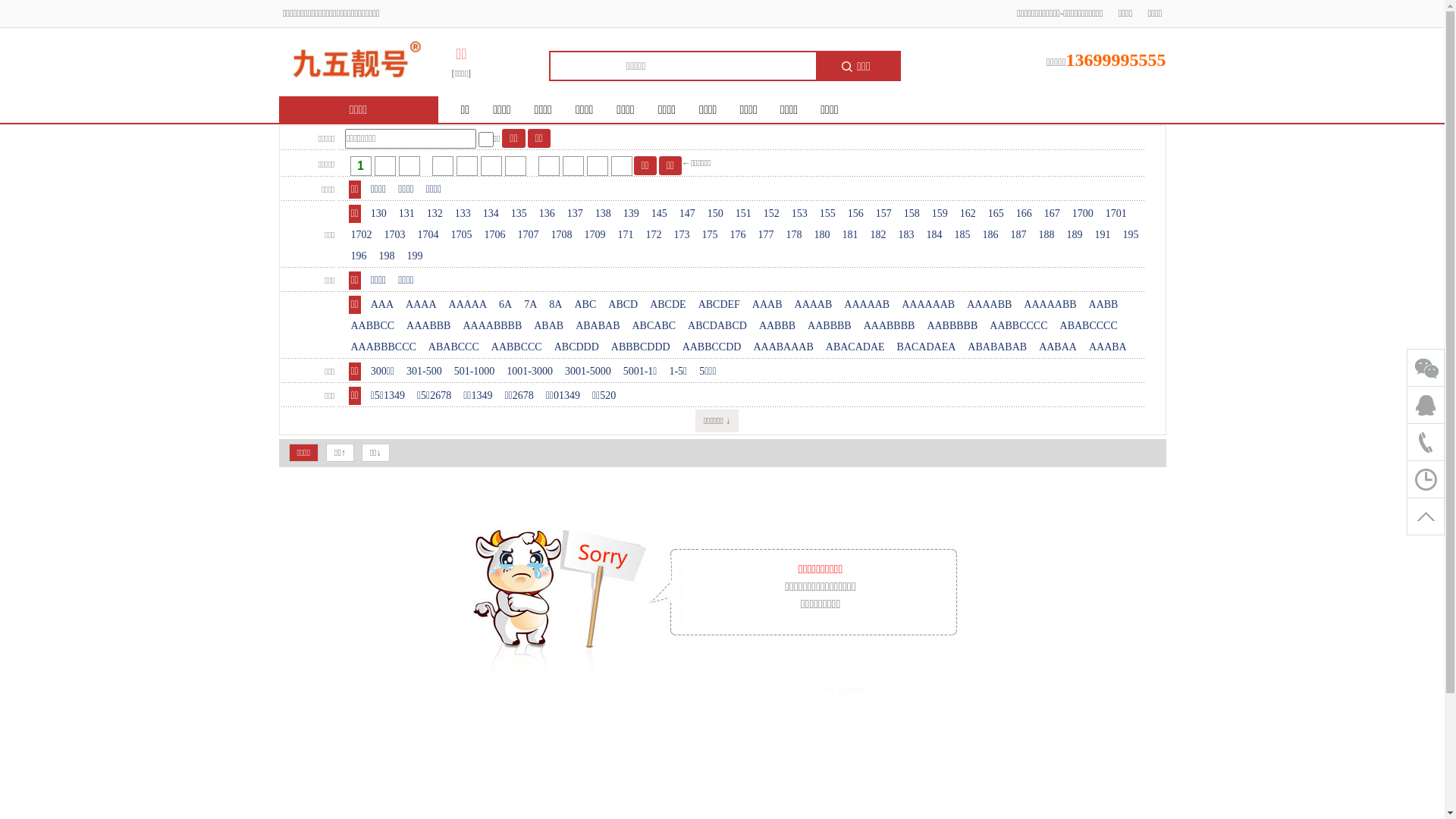 This screenshot has height=819, width=1456. Describe the element at coordinates (671, 234) in the screenshot. I see `'173'` at that location.